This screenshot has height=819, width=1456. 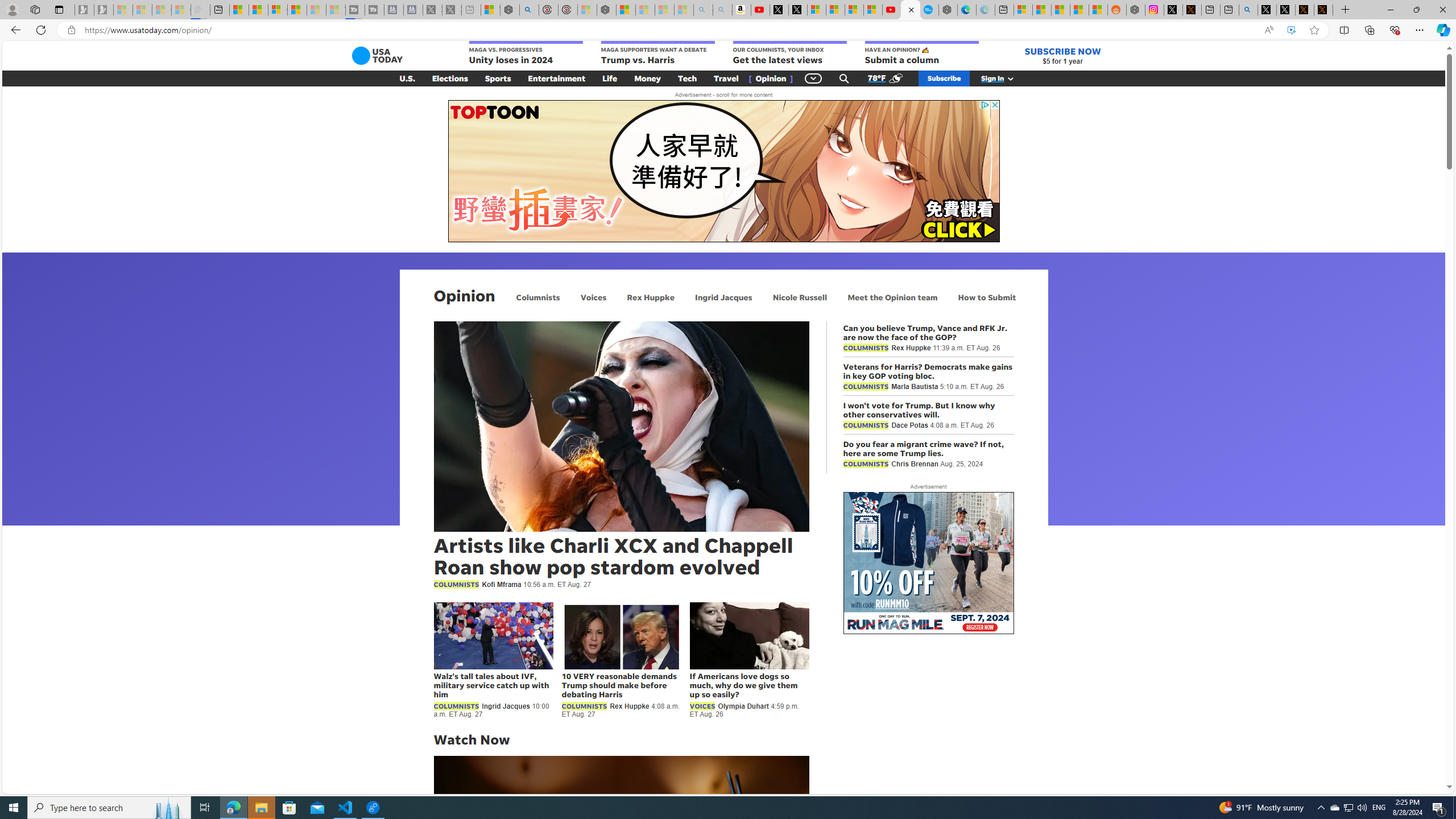 What do you see at coordinates (526, 53) in the screenshot?
I see `'MAGA VS. PROGRESSIVES Unity loses in 2024'` at bounding box center [526, 53].